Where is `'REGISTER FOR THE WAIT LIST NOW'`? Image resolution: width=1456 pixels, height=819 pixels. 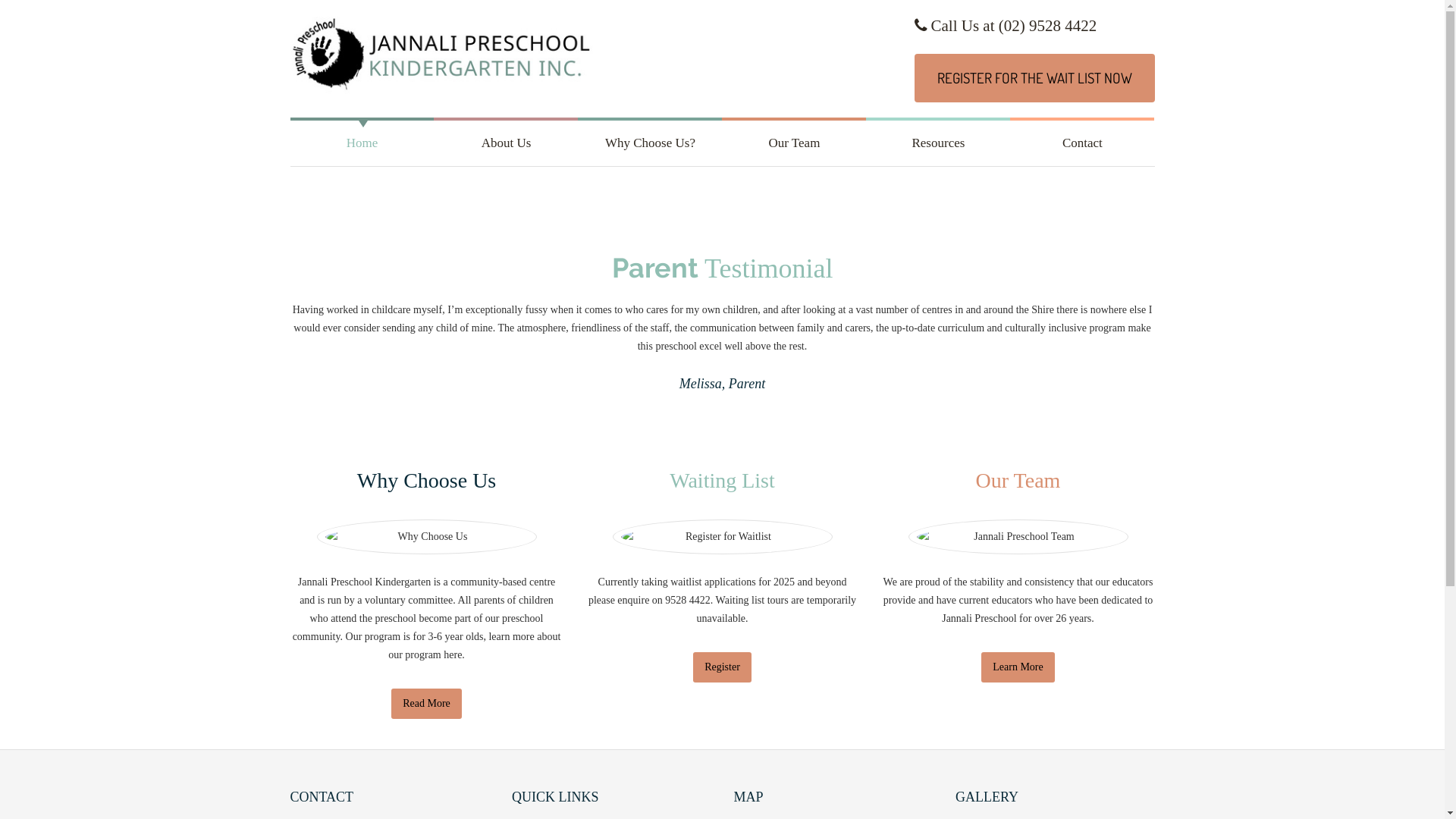 'REGISTER FOR THE WAIT LIST NOW' is located at coordinates (1034, 78).